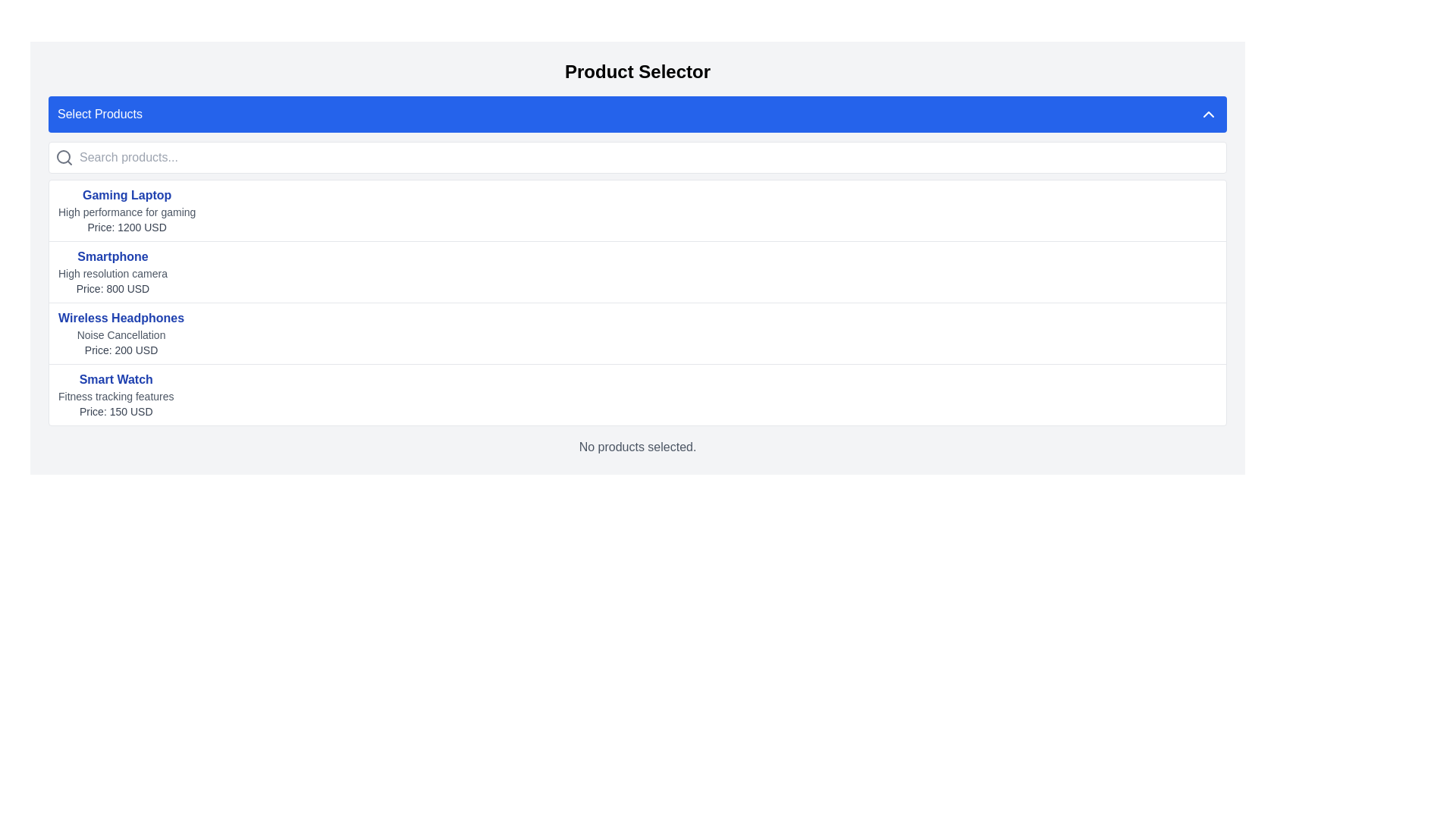 The image size is (1456, 819). Describe the element at coordinates (637, 332) in the screenshot. I see `the third item` at that location.